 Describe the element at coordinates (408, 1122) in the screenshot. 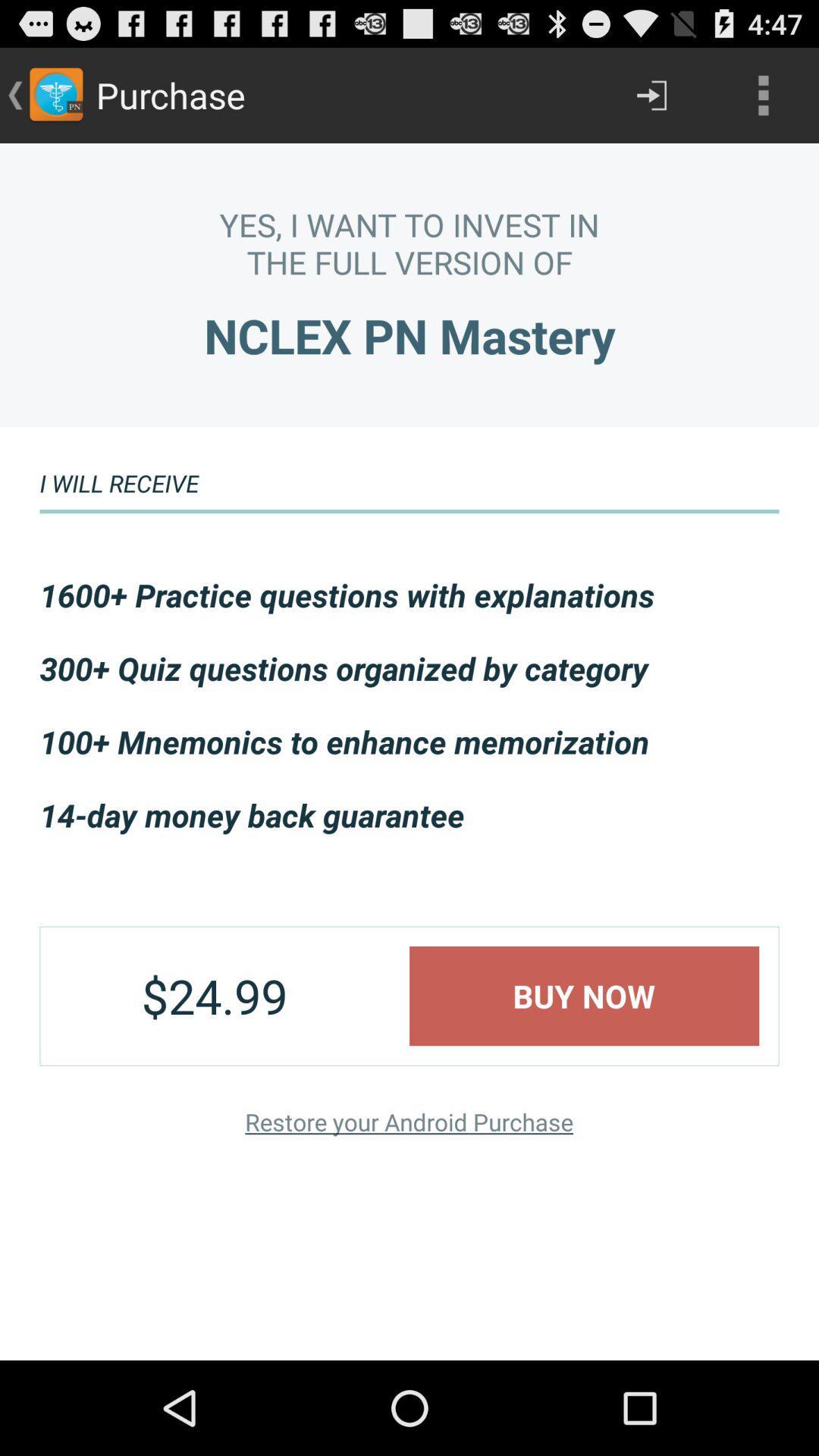

I see `icon at the bottom` at that location.